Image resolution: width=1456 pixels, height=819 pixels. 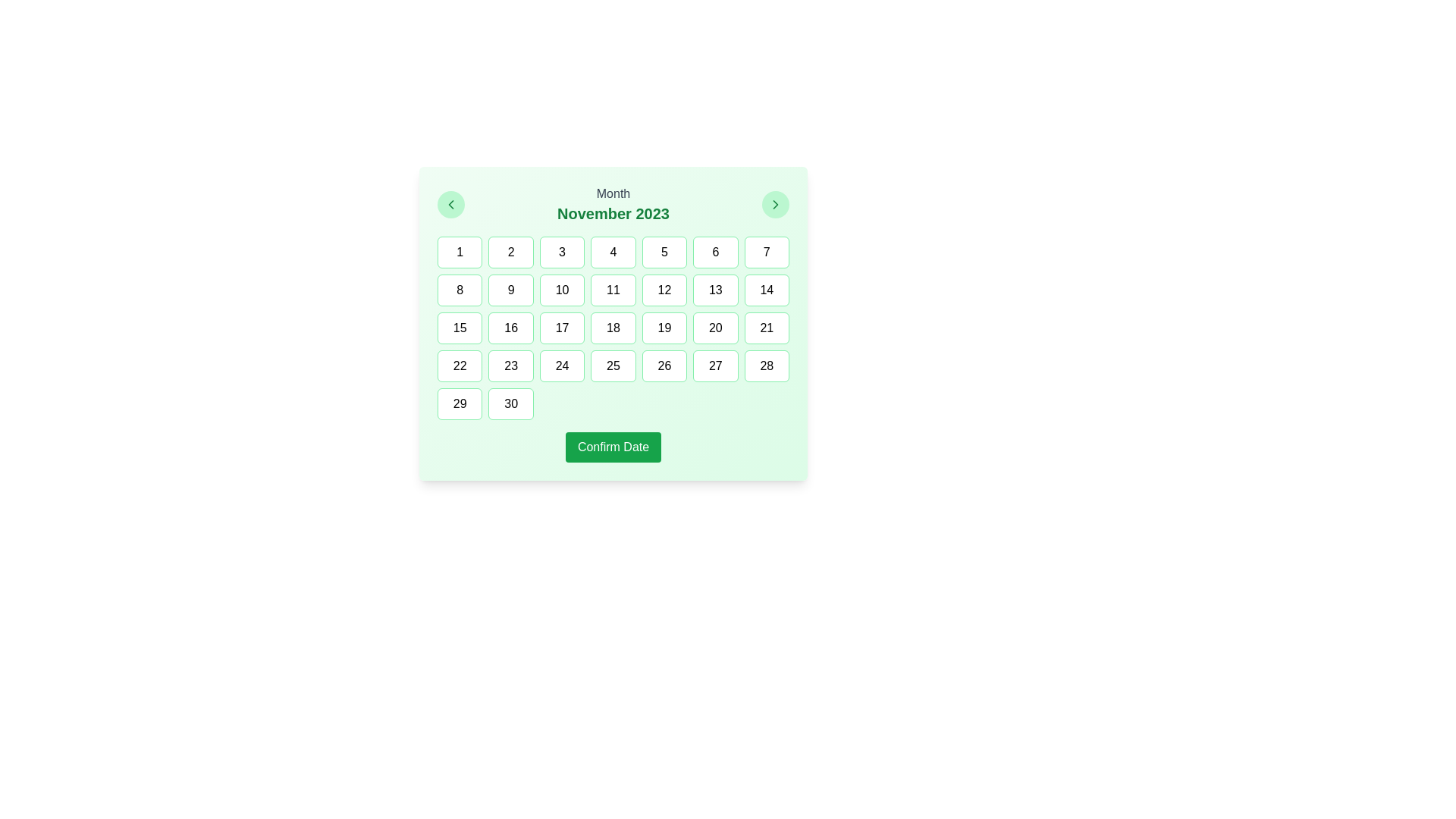 What do you see at coordinates (714, 290) in the screenshot?
I see `the rectangular button labeled '13' with a white background and green border` at bounding box center [714, 290].